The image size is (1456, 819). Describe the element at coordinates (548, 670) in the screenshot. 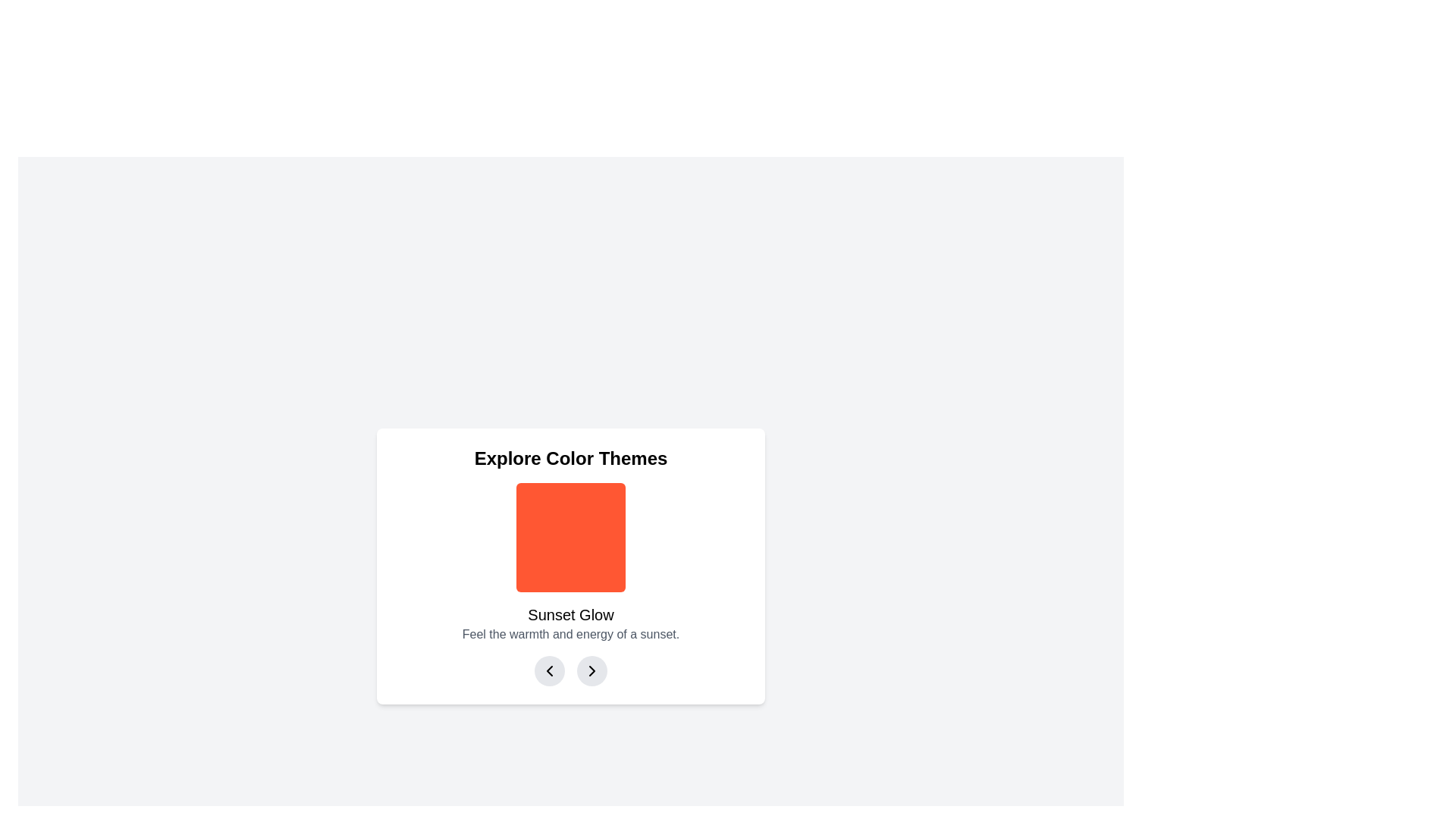

I see `the circular button with a light gray background and a black left-chevron icon, positioned at the bottom left of the navigation group, to visualize hover effects` at that location.